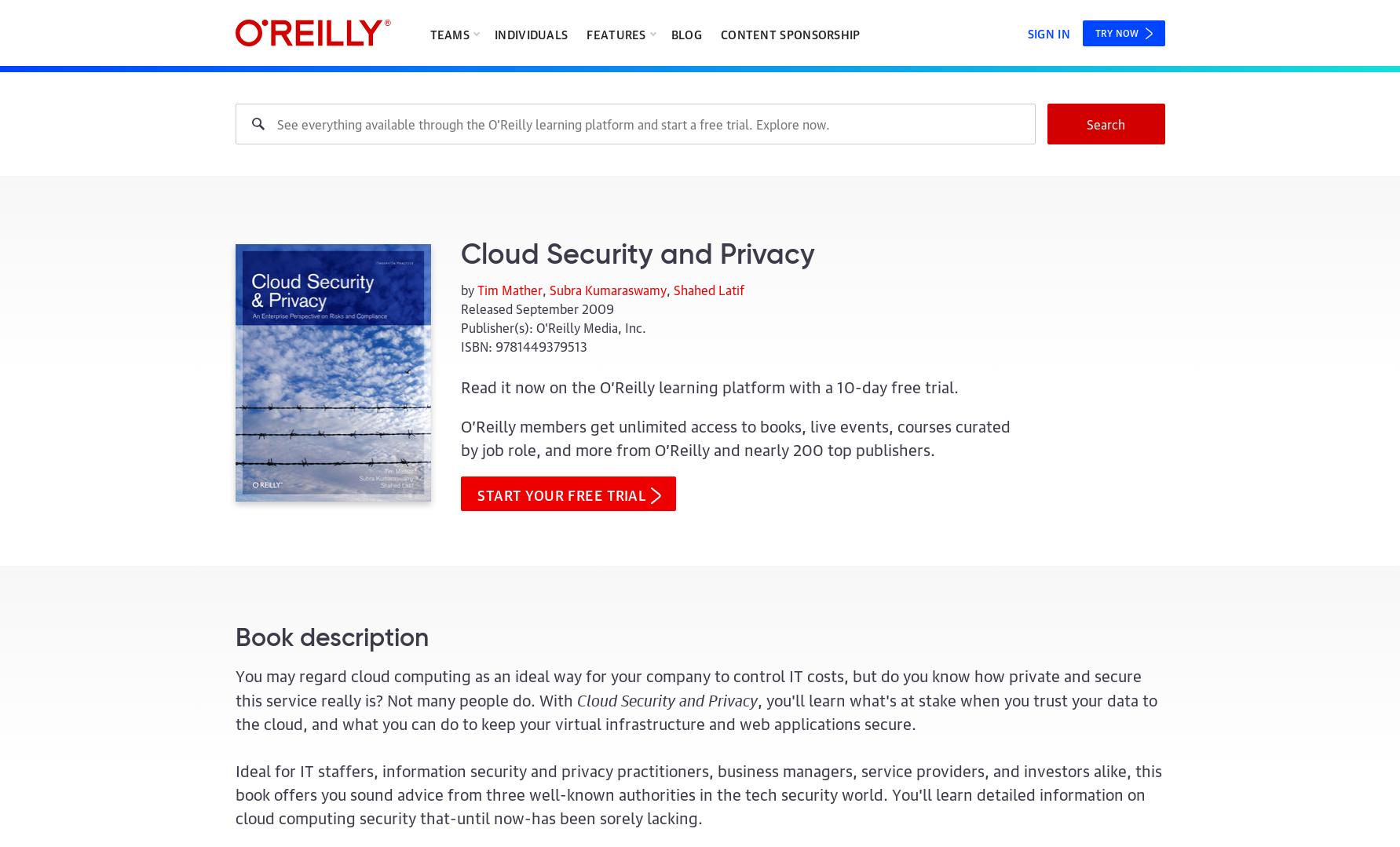  What do you see at coordinates (734, 436) in the screenshot?
I see `'O’Reilly members get unlimited access to books, live events, courses curated by job role, and more from O’Reilly and nearly'` at bounding box center [734, 436].